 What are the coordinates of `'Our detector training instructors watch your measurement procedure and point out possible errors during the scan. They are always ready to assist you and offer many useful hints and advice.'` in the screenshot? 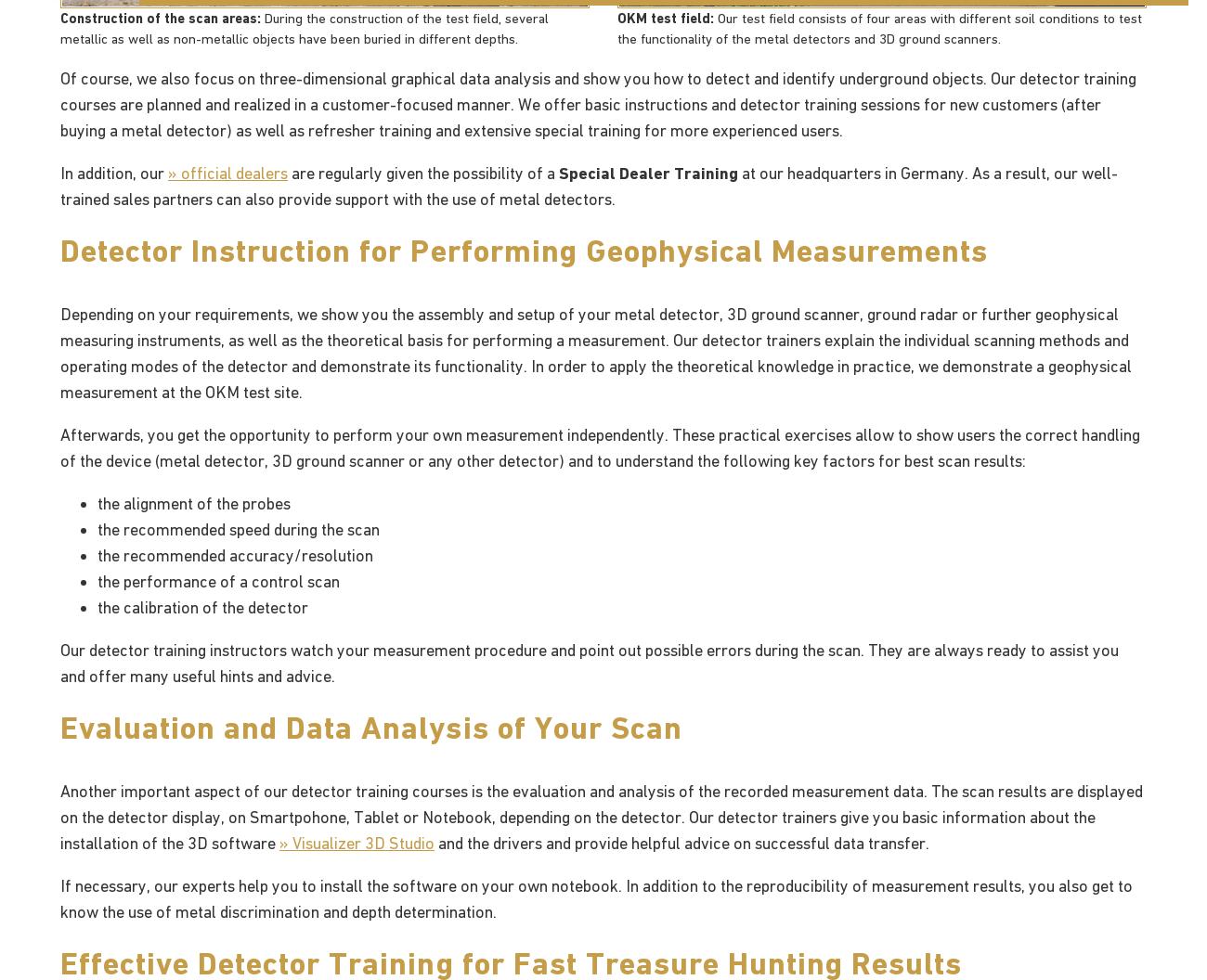 It's located at (590, 662).